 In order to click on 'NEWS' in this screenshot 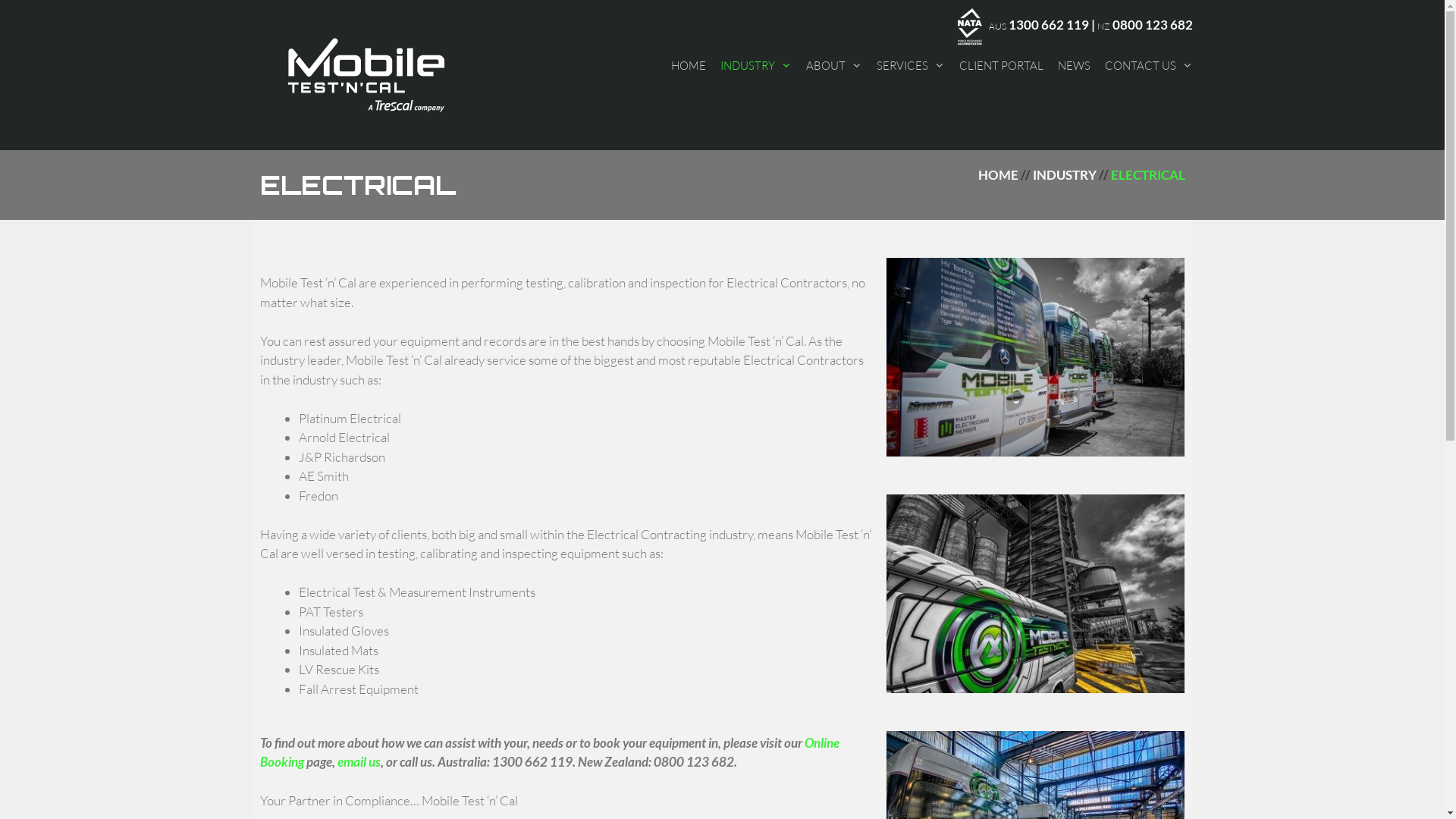, I will do `click(1056, 64)`.